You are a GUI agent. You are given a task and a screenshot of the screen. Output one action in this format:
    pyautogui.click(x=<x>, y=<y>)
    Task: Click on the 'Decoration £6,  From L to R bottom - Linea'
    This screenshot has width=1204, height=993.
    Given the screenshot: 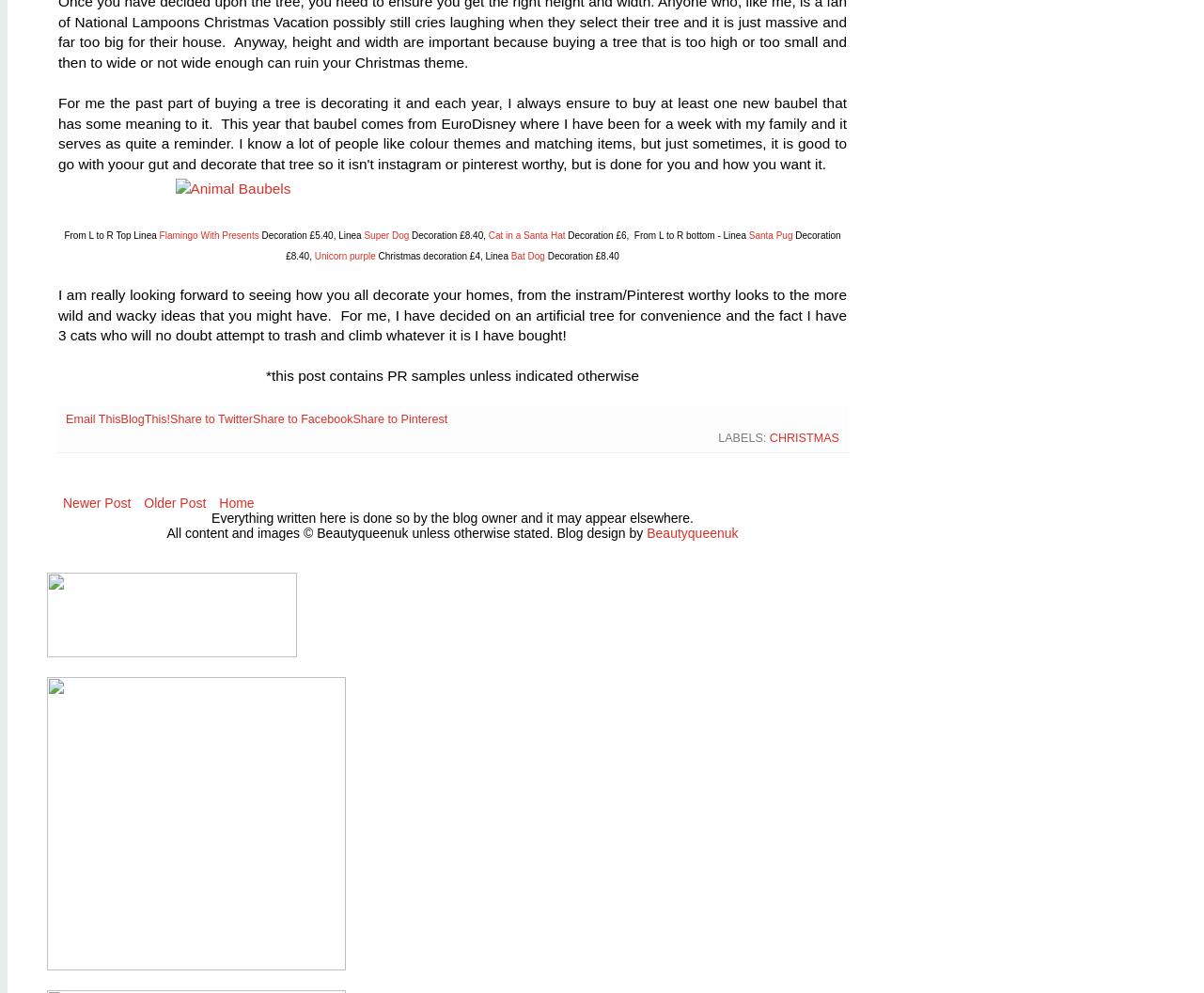 What is the action you would take?
    pyautogui.click(x=655, y=234)
    